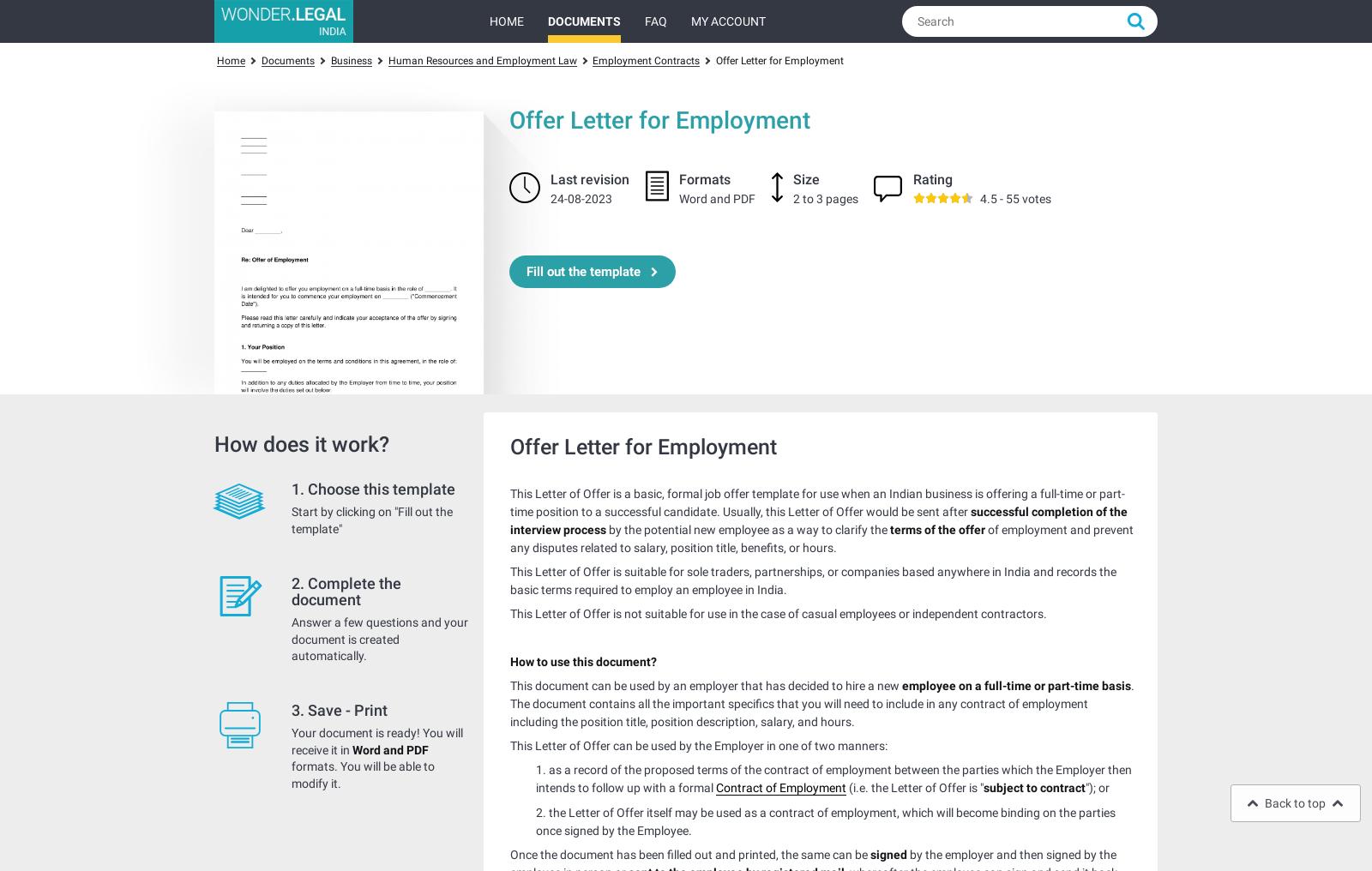  What do you see at coordinates (867, 853) in the screenshot?
I see `'signed'` at bounding box center [867, 853].